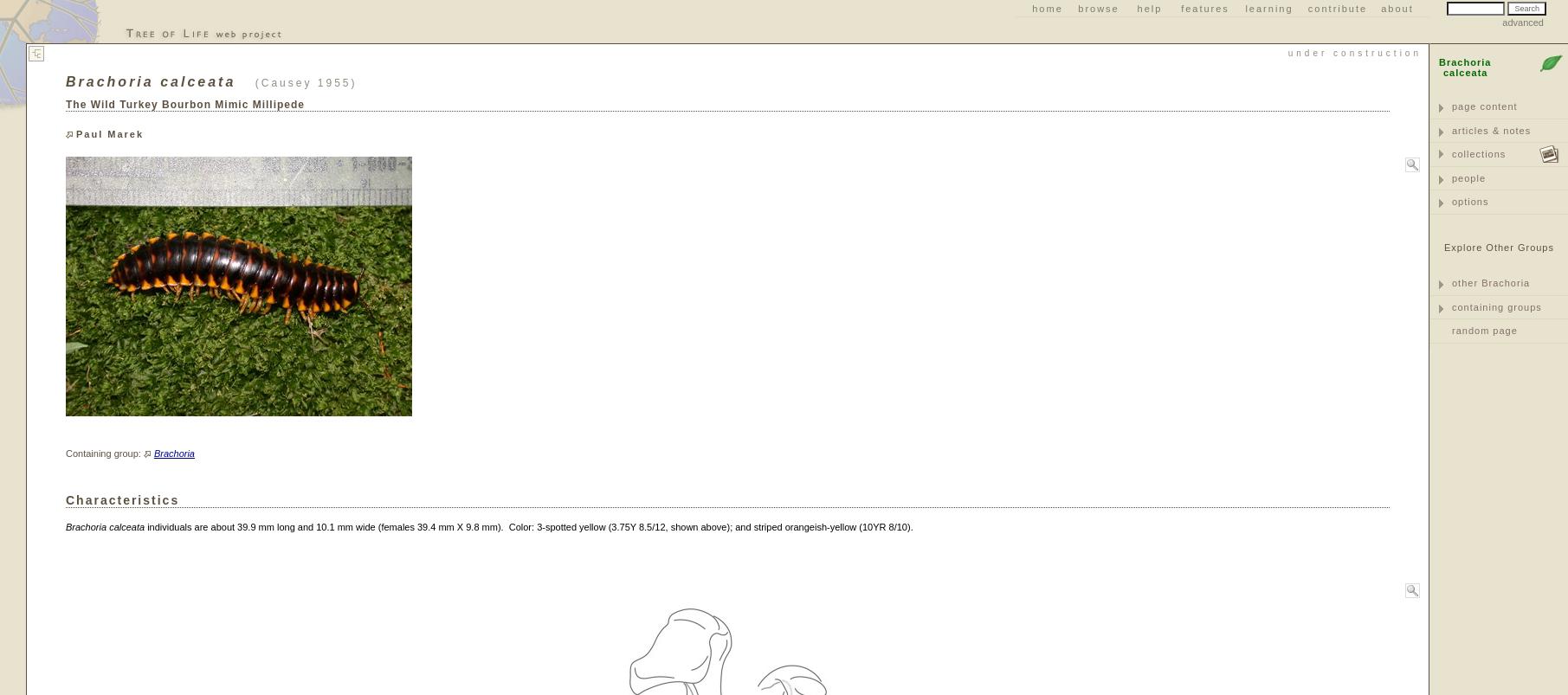 The image size is (1568, 695). What do you see at coordinates (103, 453) in the screenshot?
I see `'Containing group:'` at bounding box center [103, 453].